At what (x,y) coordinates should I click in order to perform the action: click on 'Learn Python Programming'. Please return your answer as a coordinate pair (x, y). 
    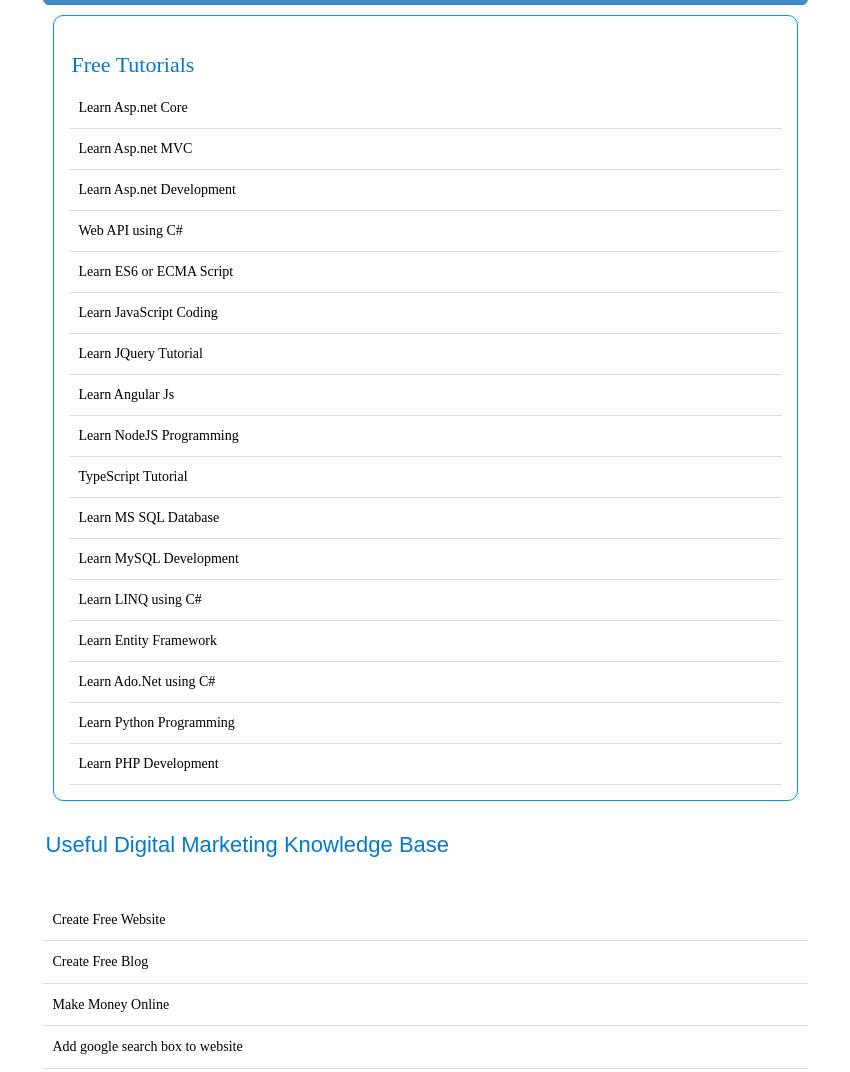
    Looking at the image, I should click on (155, 721).